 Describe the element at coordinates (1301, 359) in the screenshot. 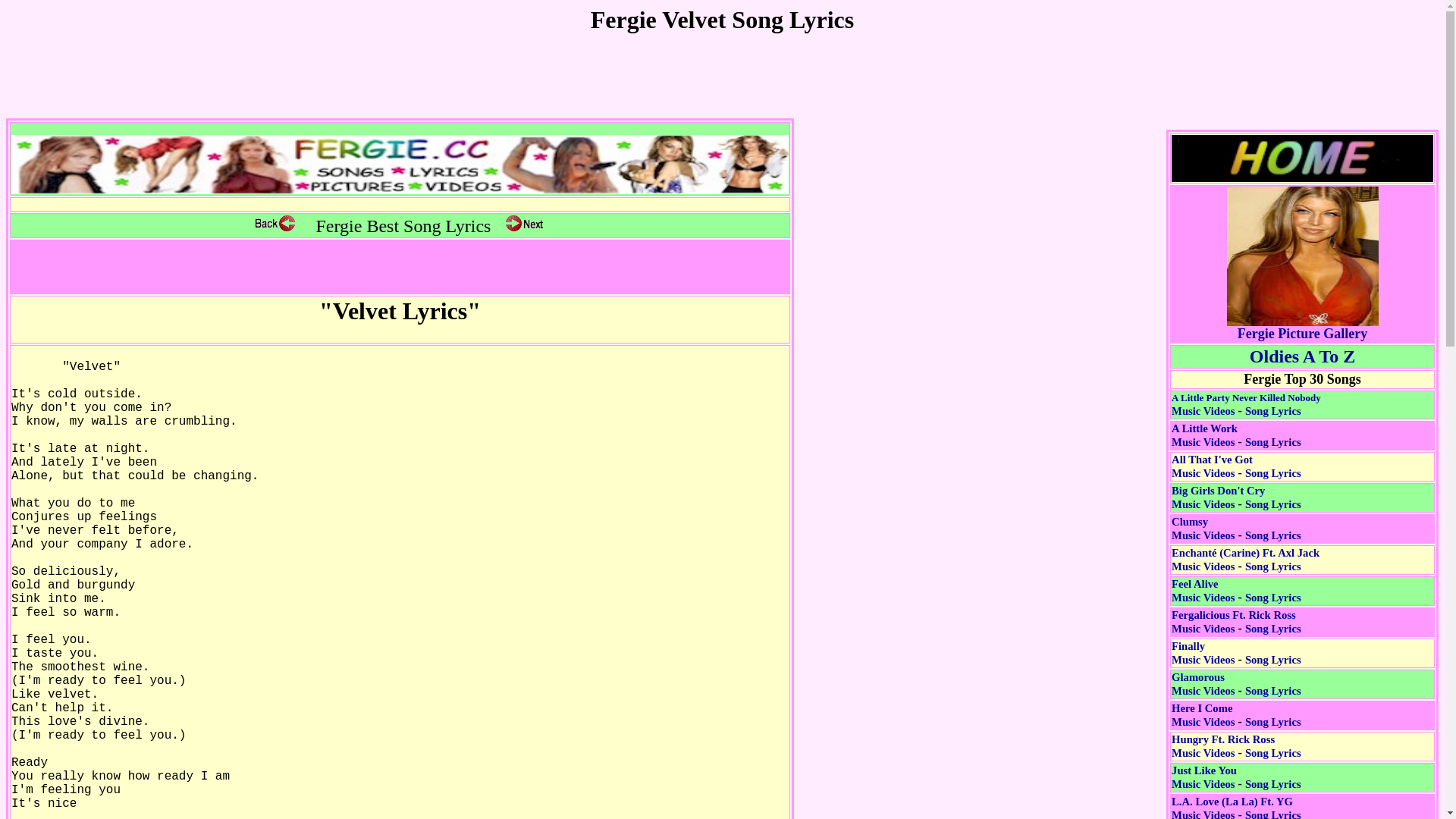

I see `'Oldies A To Z'` at that location.